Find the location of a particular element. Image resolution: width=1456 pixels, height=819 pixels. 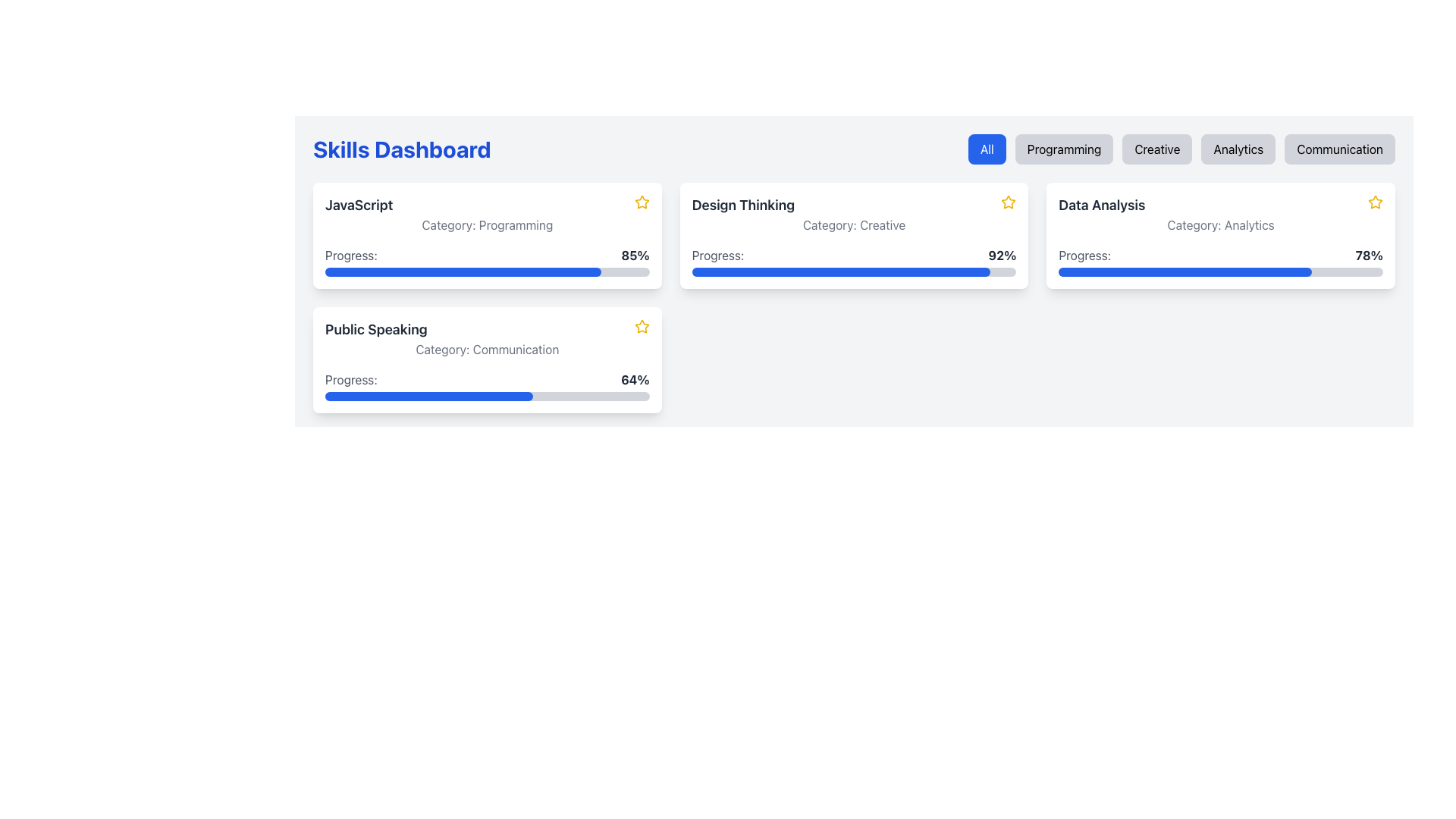

the yellow star icon located at the top-right corner of the 'Data Analysis' card is located at coordinates (1009, 201).